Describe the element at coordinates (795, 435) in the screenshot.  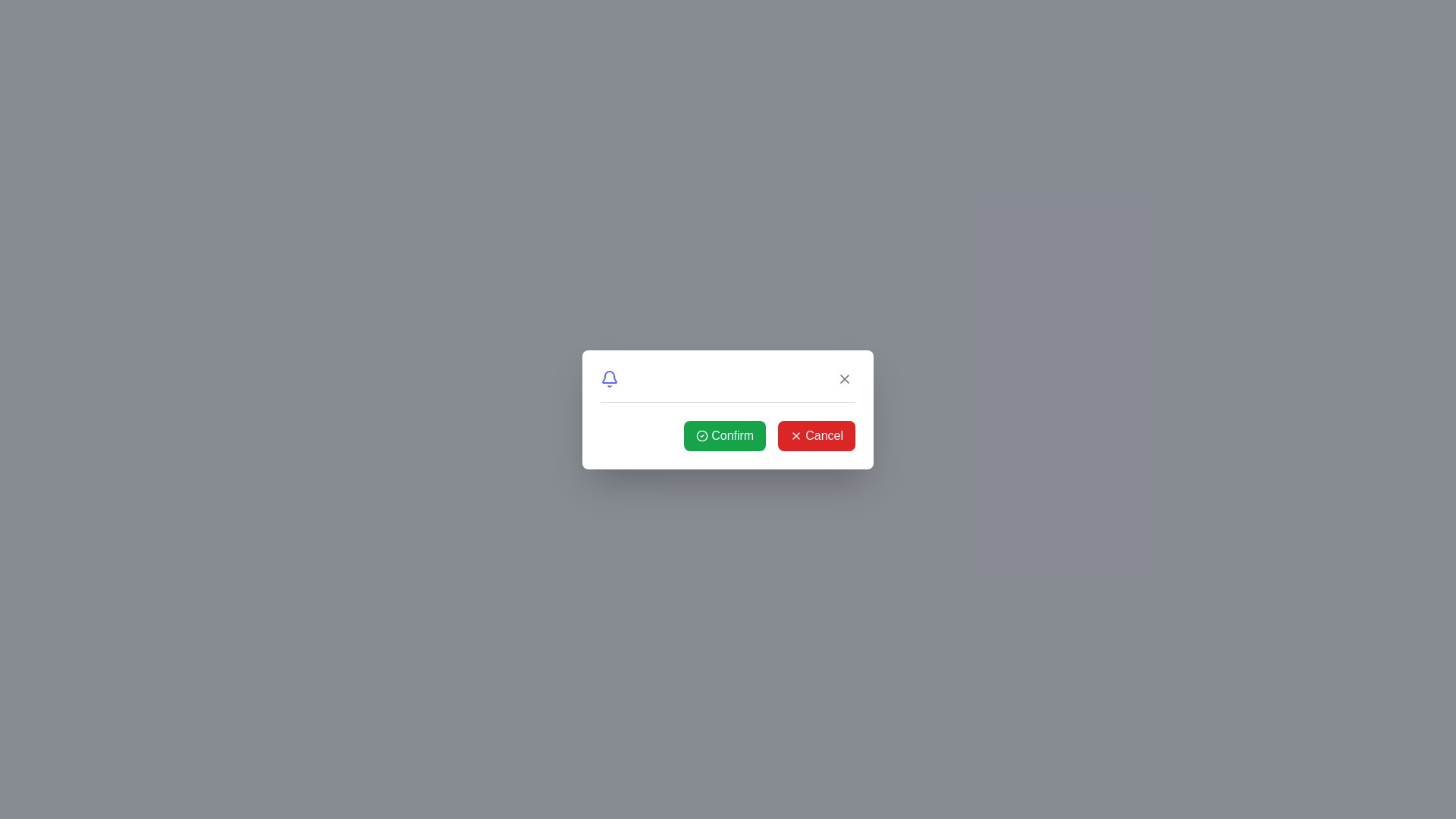
I see `the cancel icon located within the 'Cancel' button, positioned near the bottom-right area of the modal interface` at that location.